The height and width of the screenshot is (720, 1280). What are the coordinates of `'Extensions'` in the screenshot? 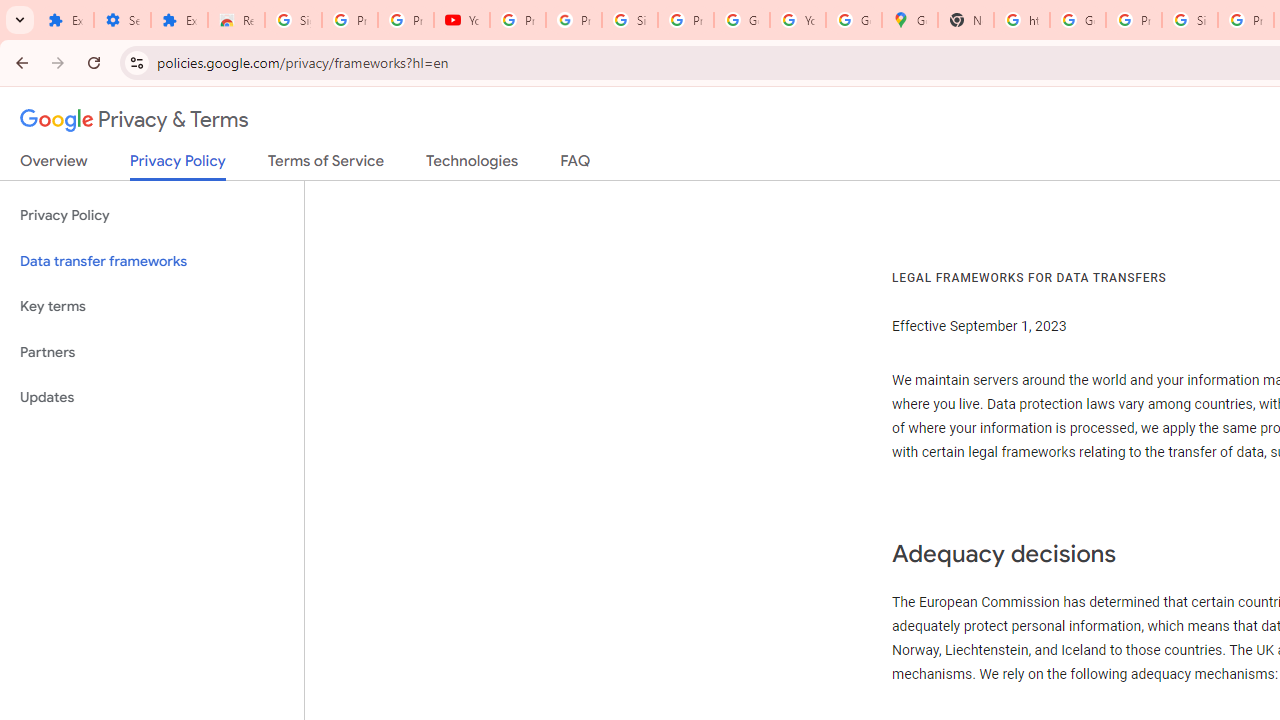 It's located at (179, 20).